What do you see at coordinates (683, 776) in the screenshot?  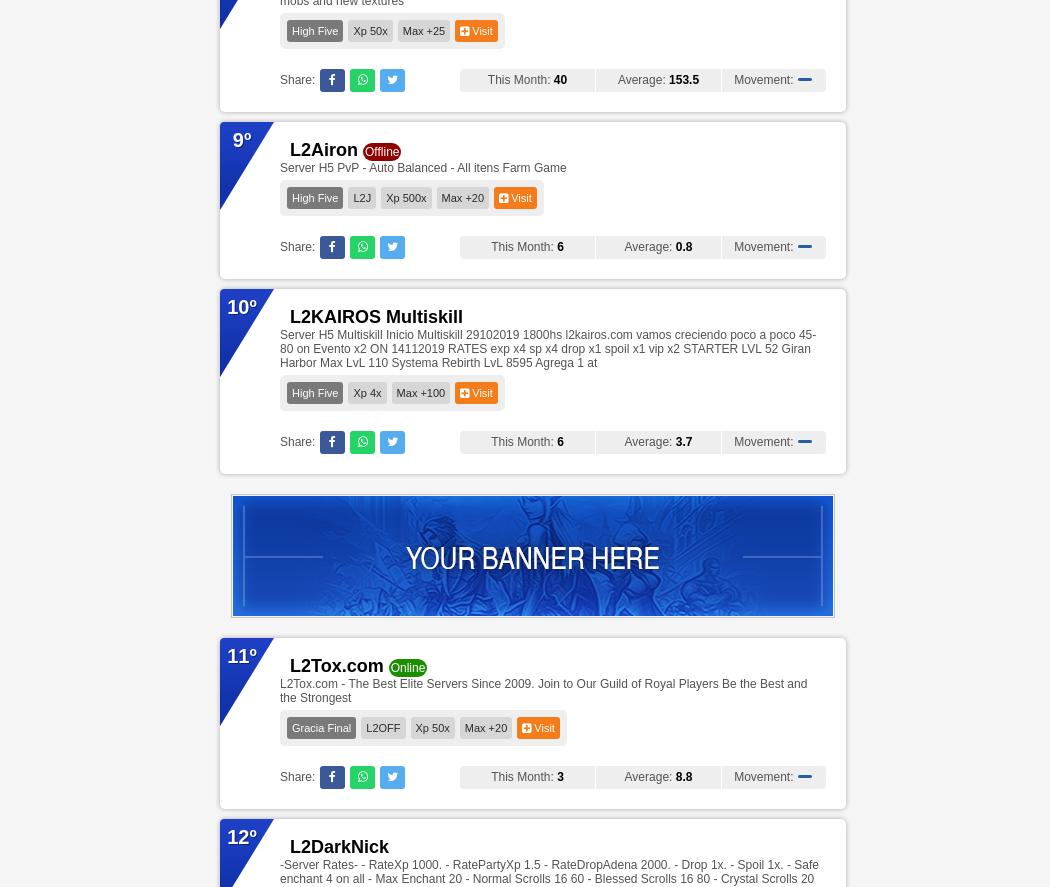 I see `'8.8'` at bounding box center [683, 776].